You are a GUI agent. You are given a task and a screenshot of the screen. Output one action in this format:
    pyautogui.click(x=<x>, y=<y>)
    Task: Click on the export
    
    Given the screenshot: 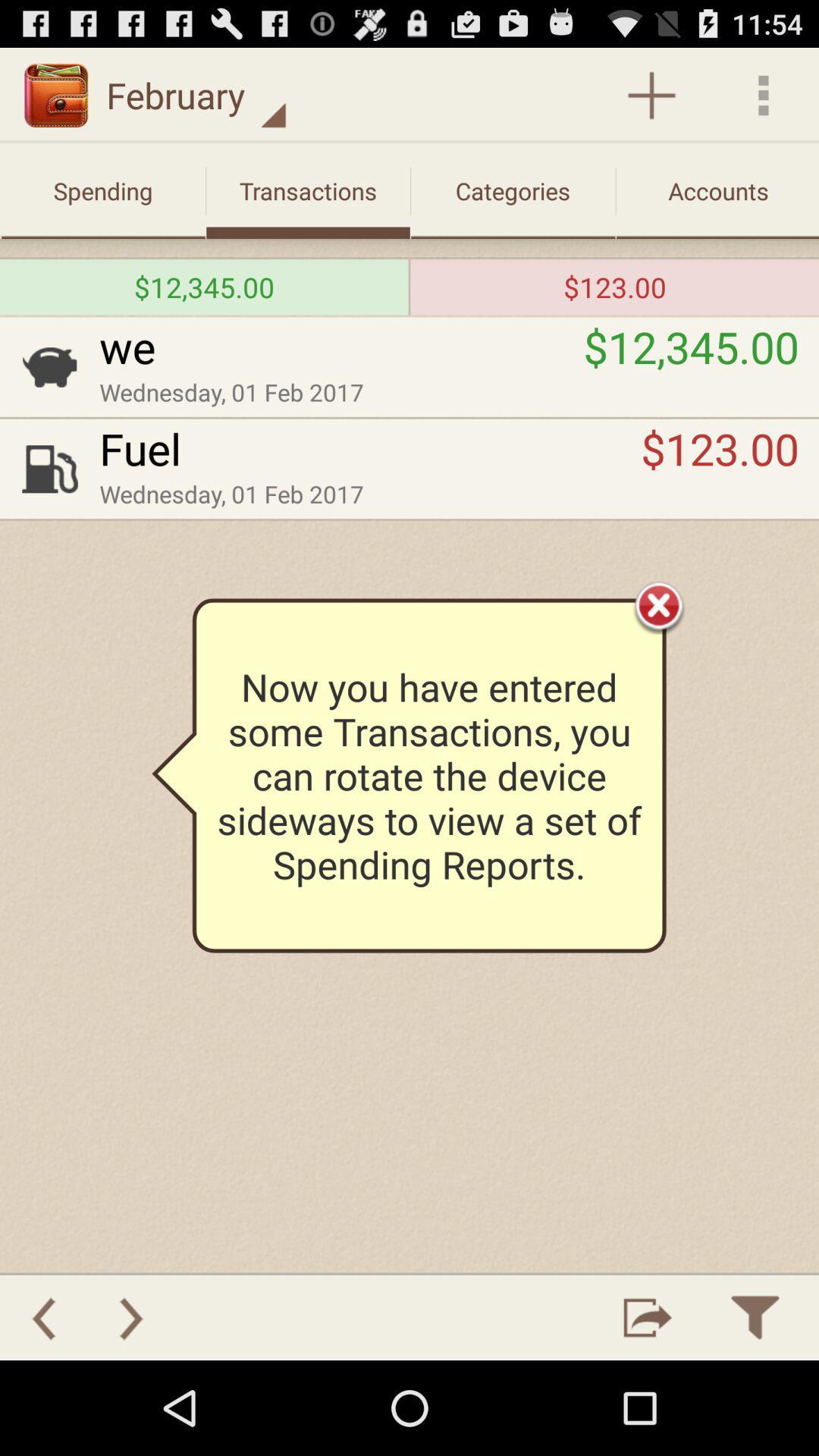 What is the action you would take?
    pyautogui.click(x=648, y=1316)
    